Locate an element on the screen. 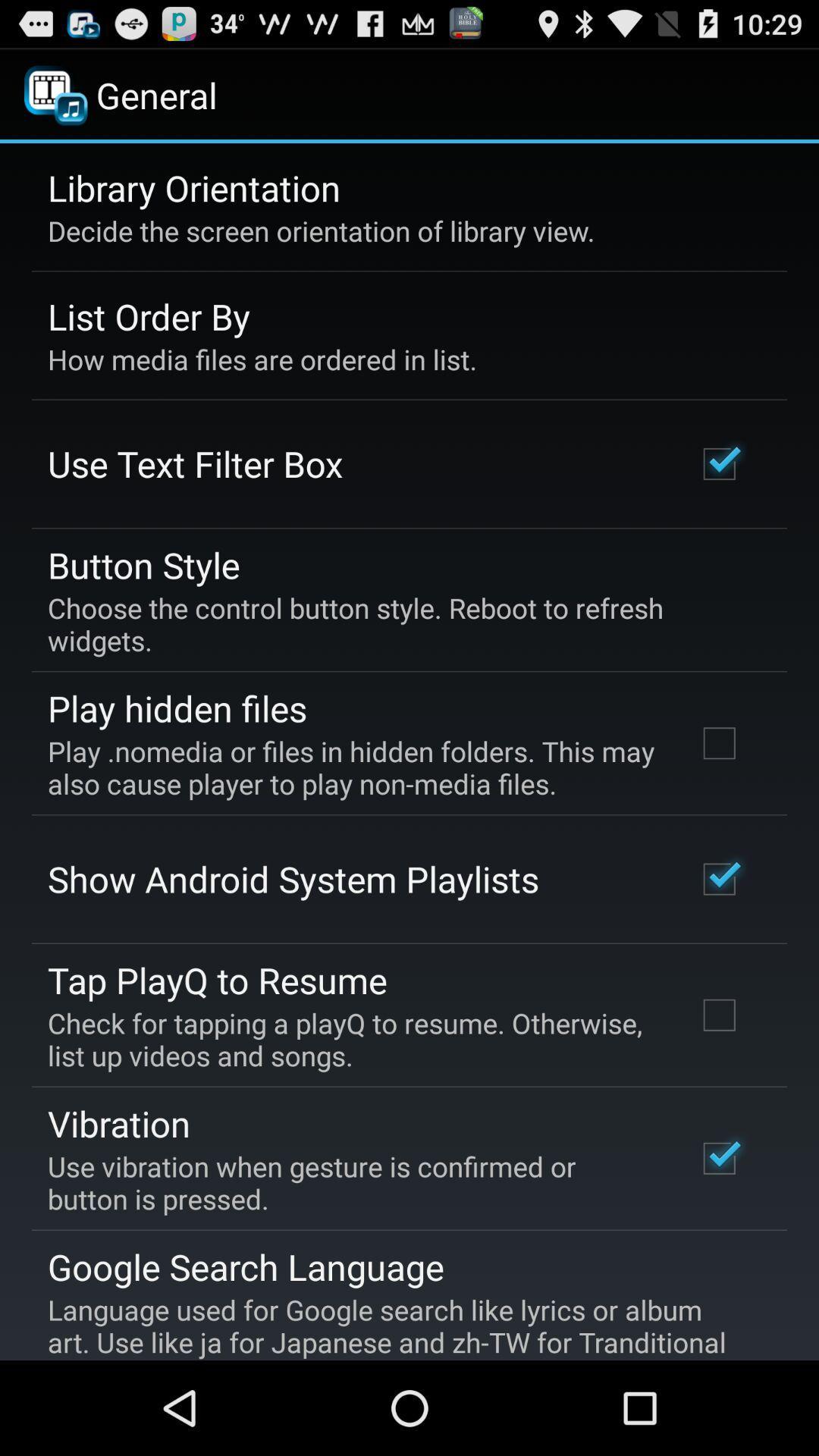 The width and height of the screenshot is (819, 1456). app above the button style is located at coordinates (194, 463).